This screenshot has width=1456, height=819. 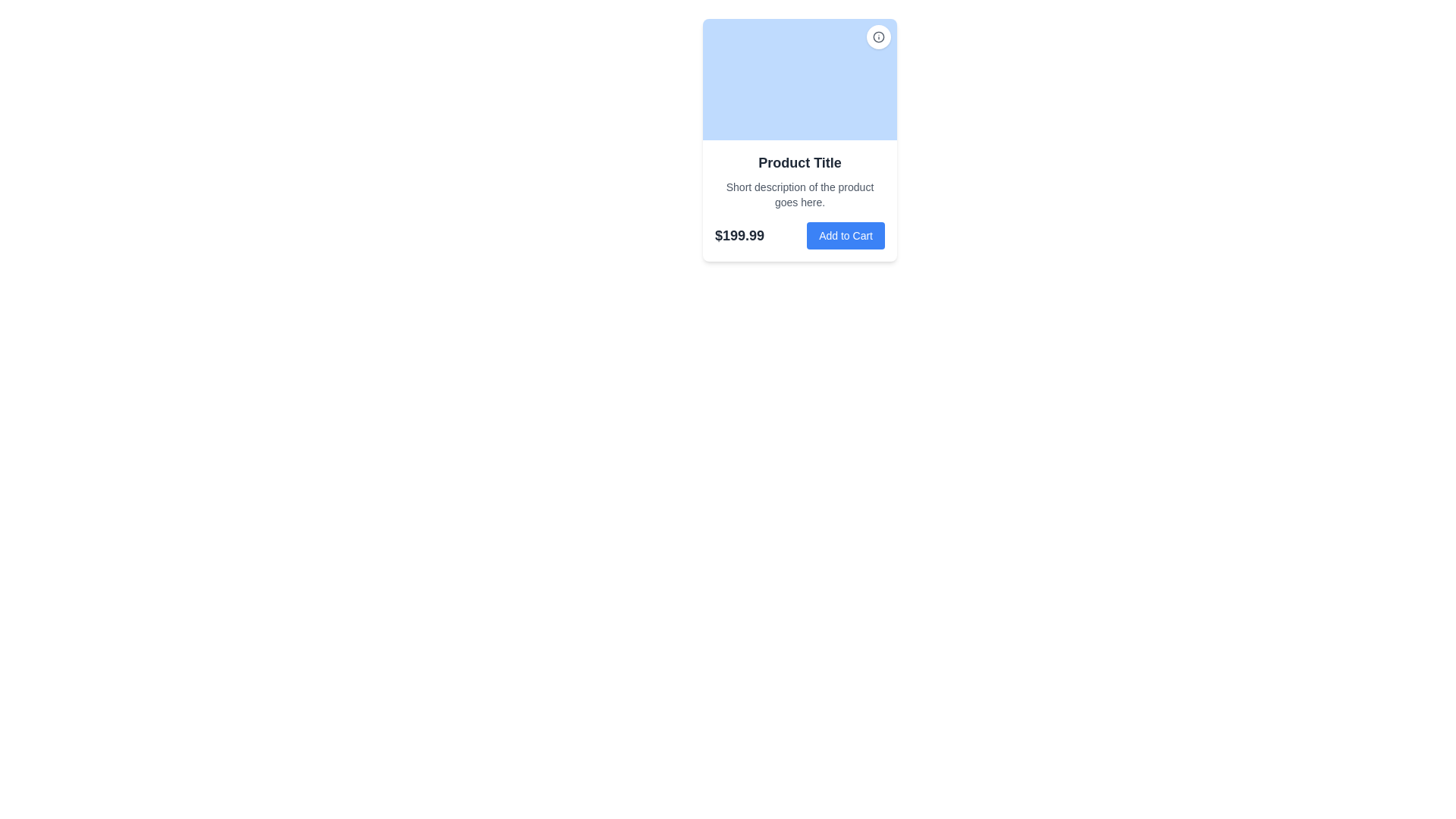 What do you see at coordinates (878, 36) in the screenshot?
I see `the help button located at the top-right corner of the product card` at bounding box center [878, 36].